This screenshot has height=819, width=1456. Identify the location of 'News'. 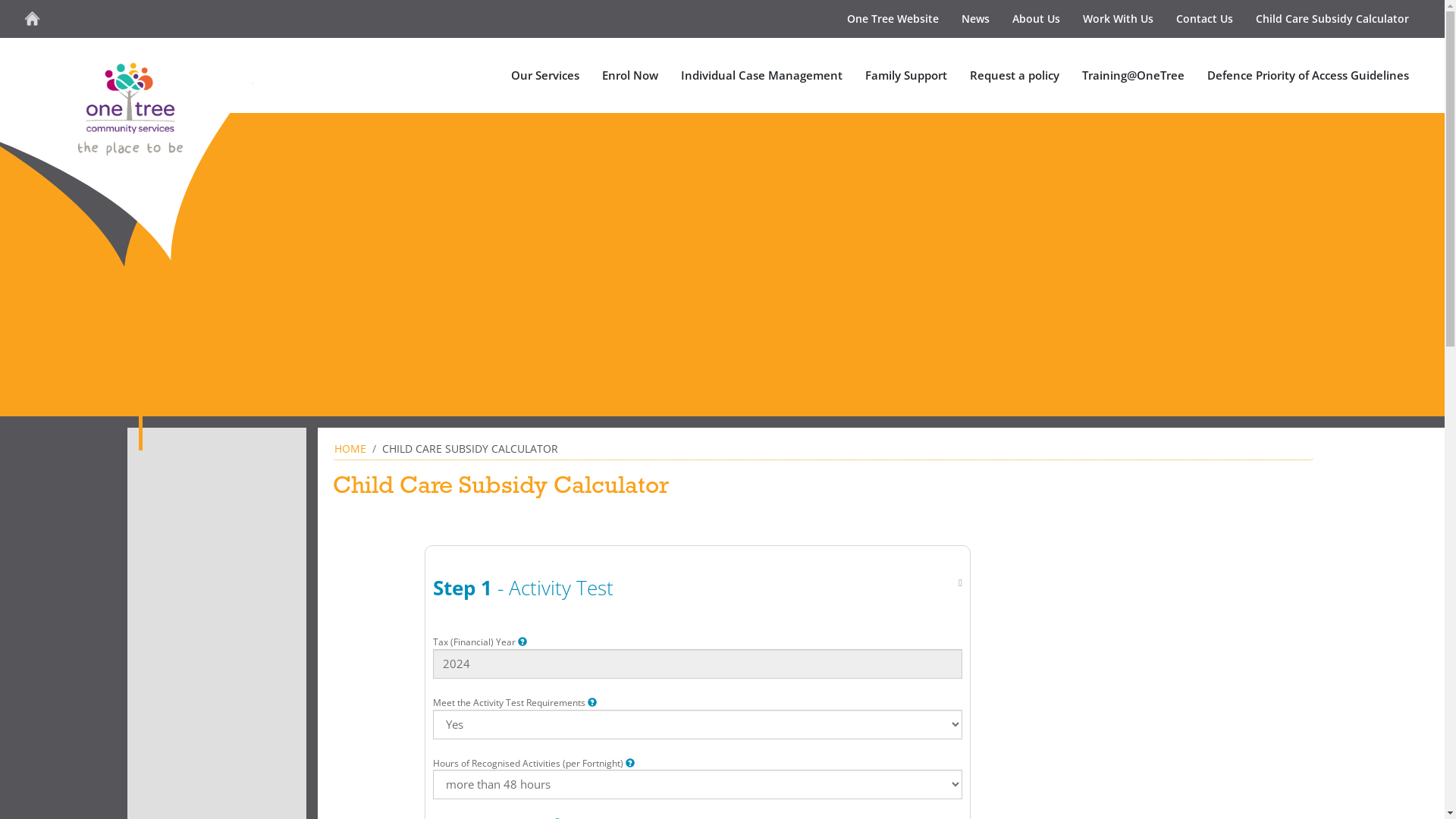
(975, 18).